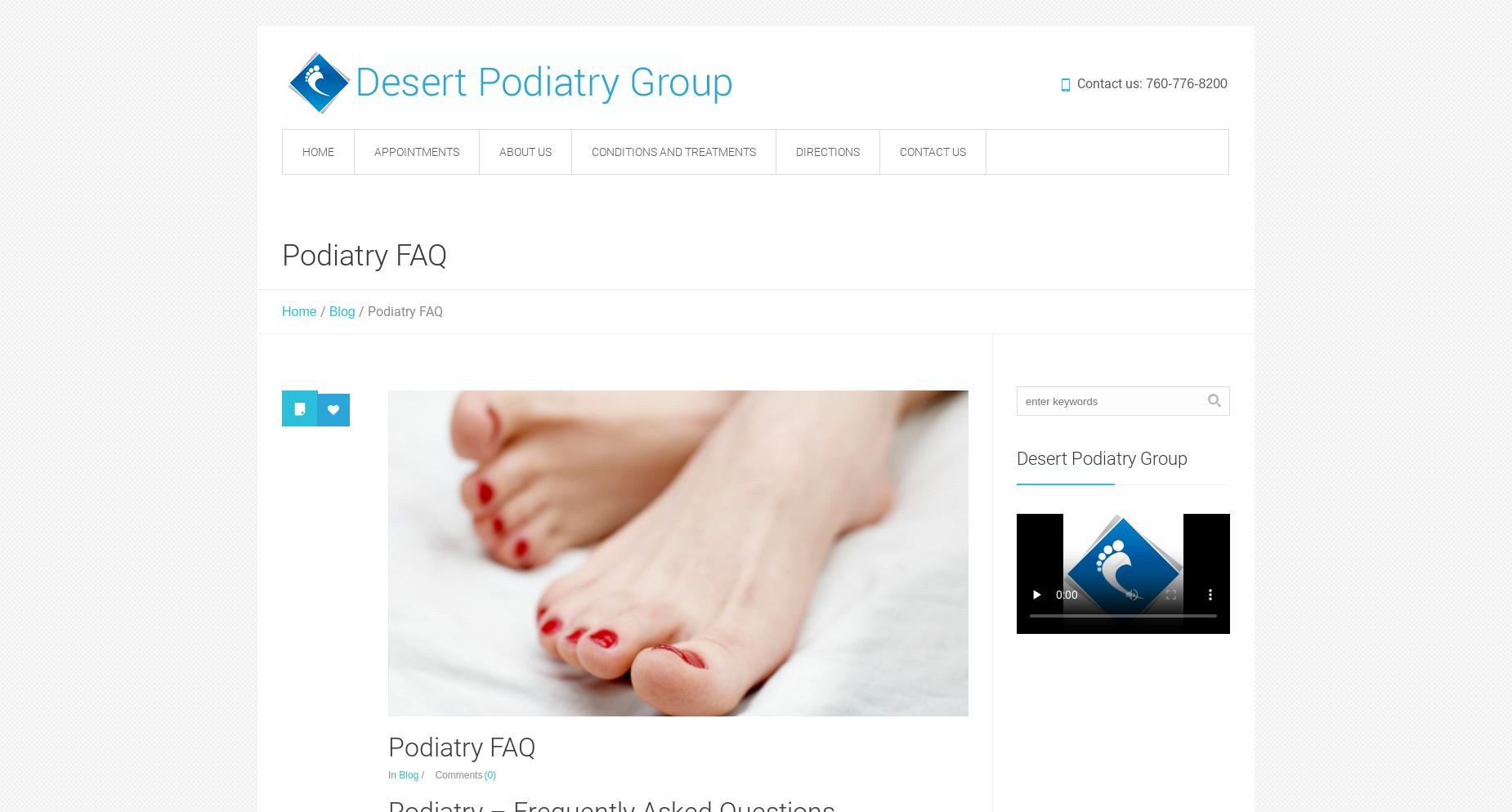  I want to click on 'Home', so click(297, 311).